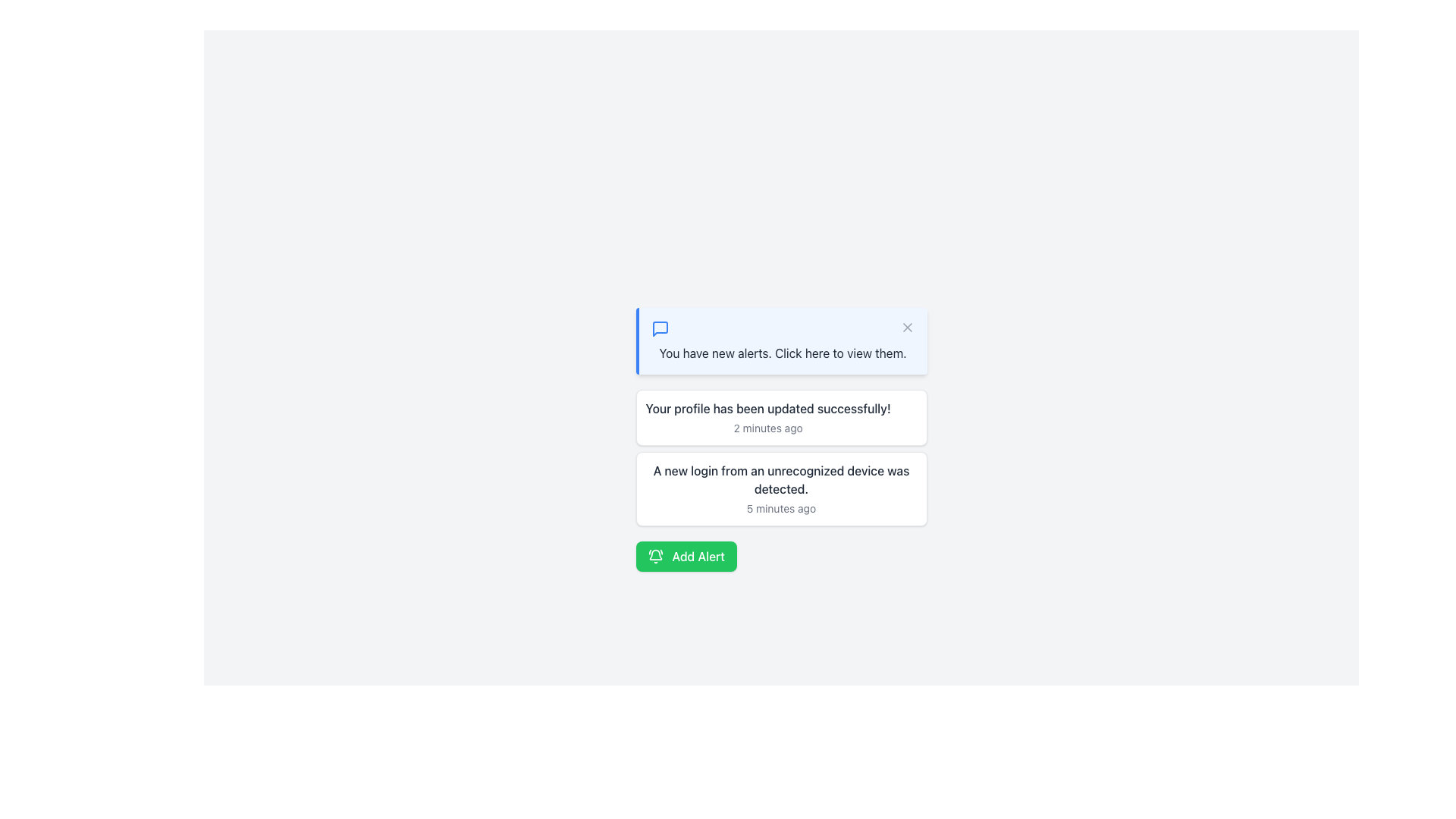  Describe the element at coordinates (768, 418) in the screenshot. I see `success message displayed in the notification message informing the user about a recent update to their profile` at that location.